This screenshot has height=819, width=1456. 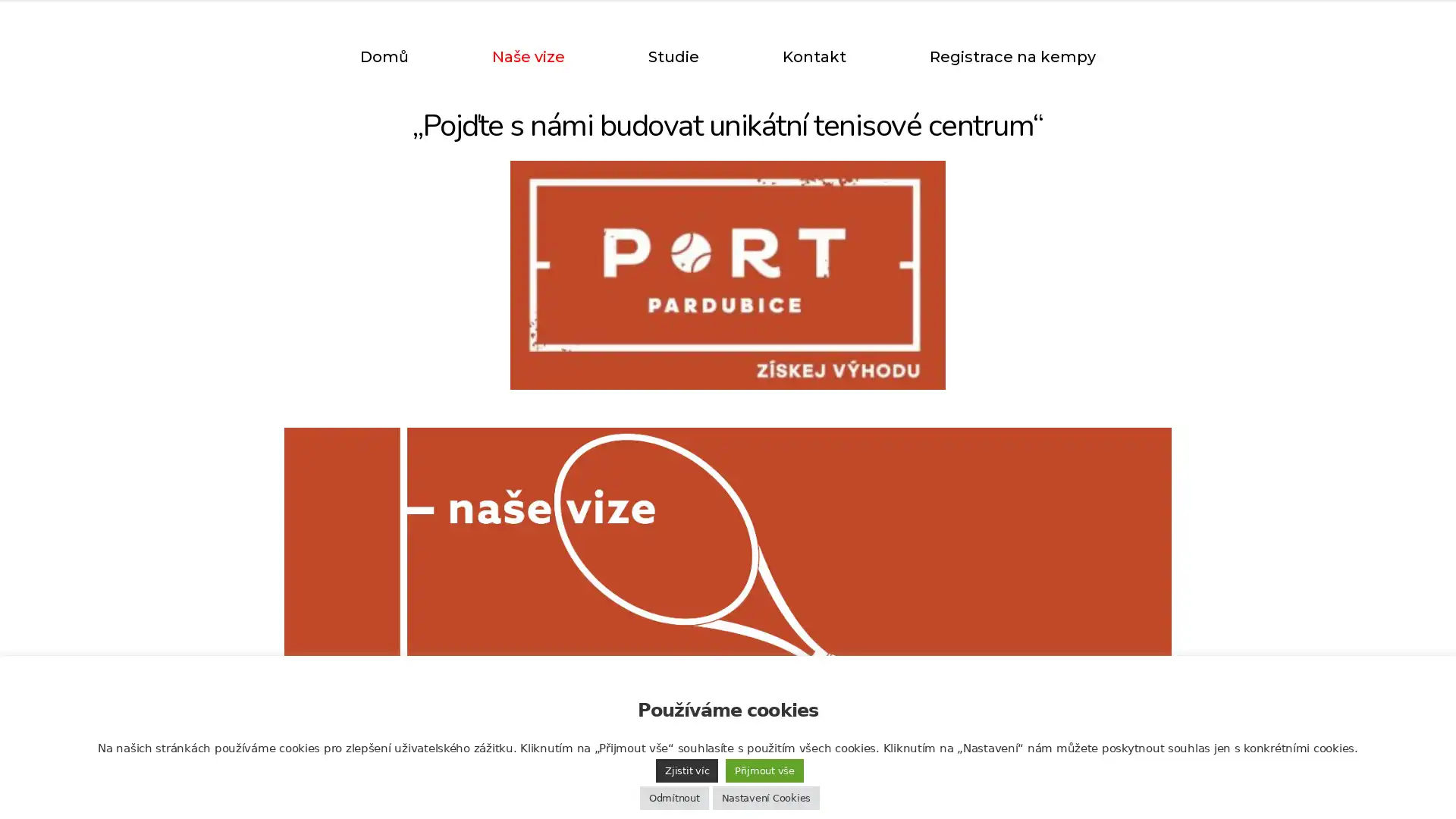 I want to click on Nastaveni Cookies, so click(x=765, y=797).